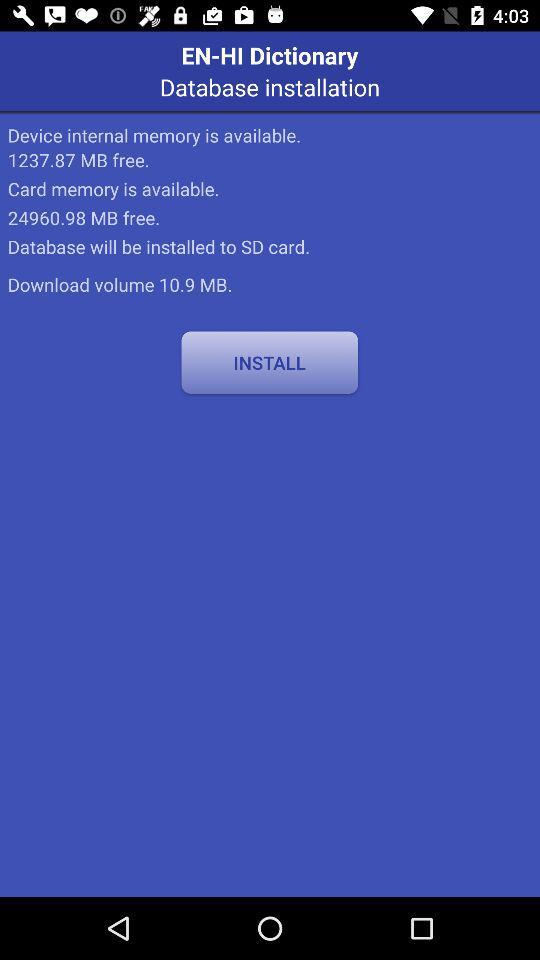  What do you see at coordinates (269, 361) in the screenshot?
I see `icon at the center` at bounding box center [269, 361].